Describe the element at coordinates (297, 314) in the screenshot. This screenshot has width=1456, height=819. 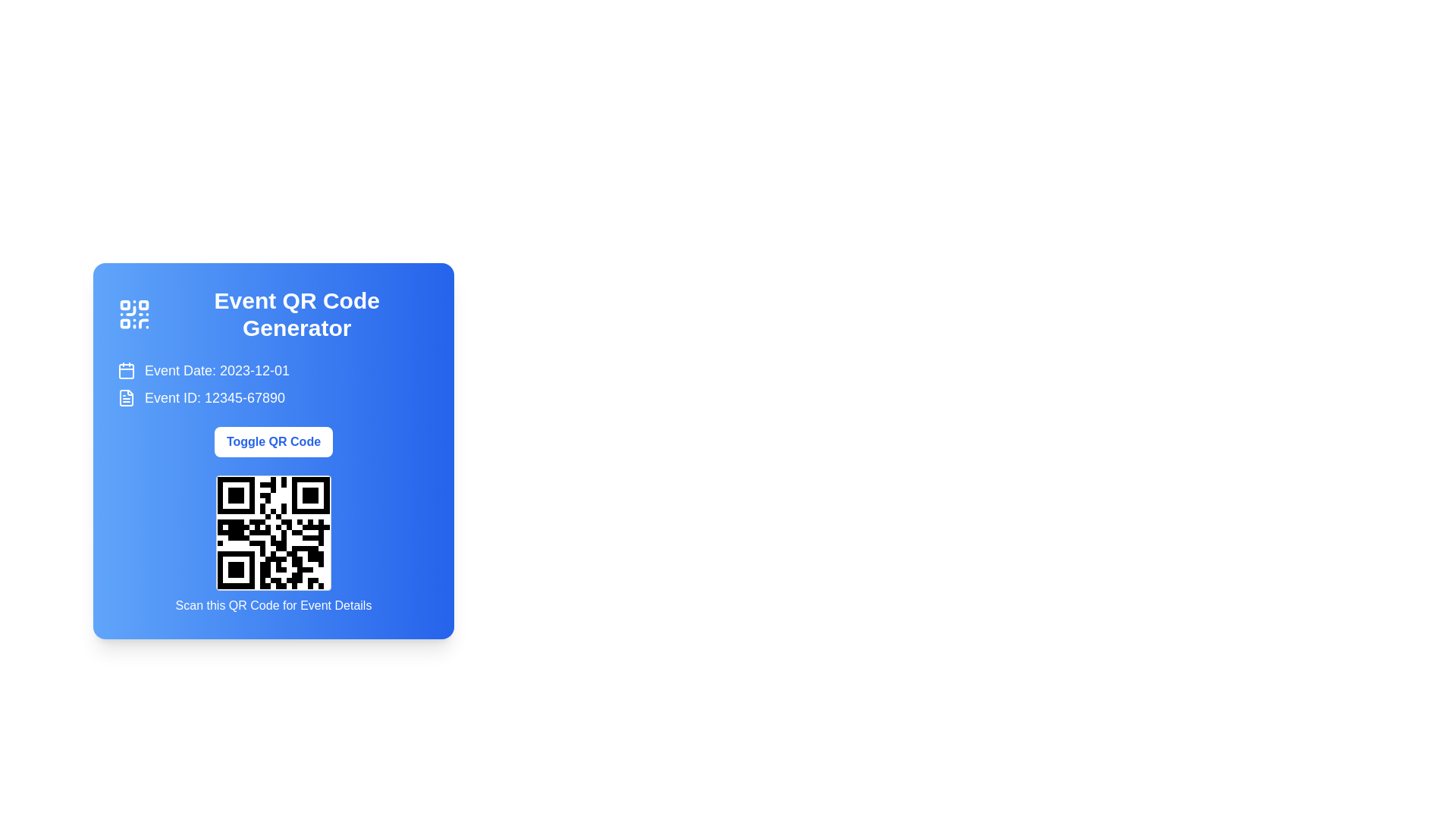
I see `the bold and large header text 'Event QR Code Generator', which is centered at the top of a blue card-like interface` at that location.